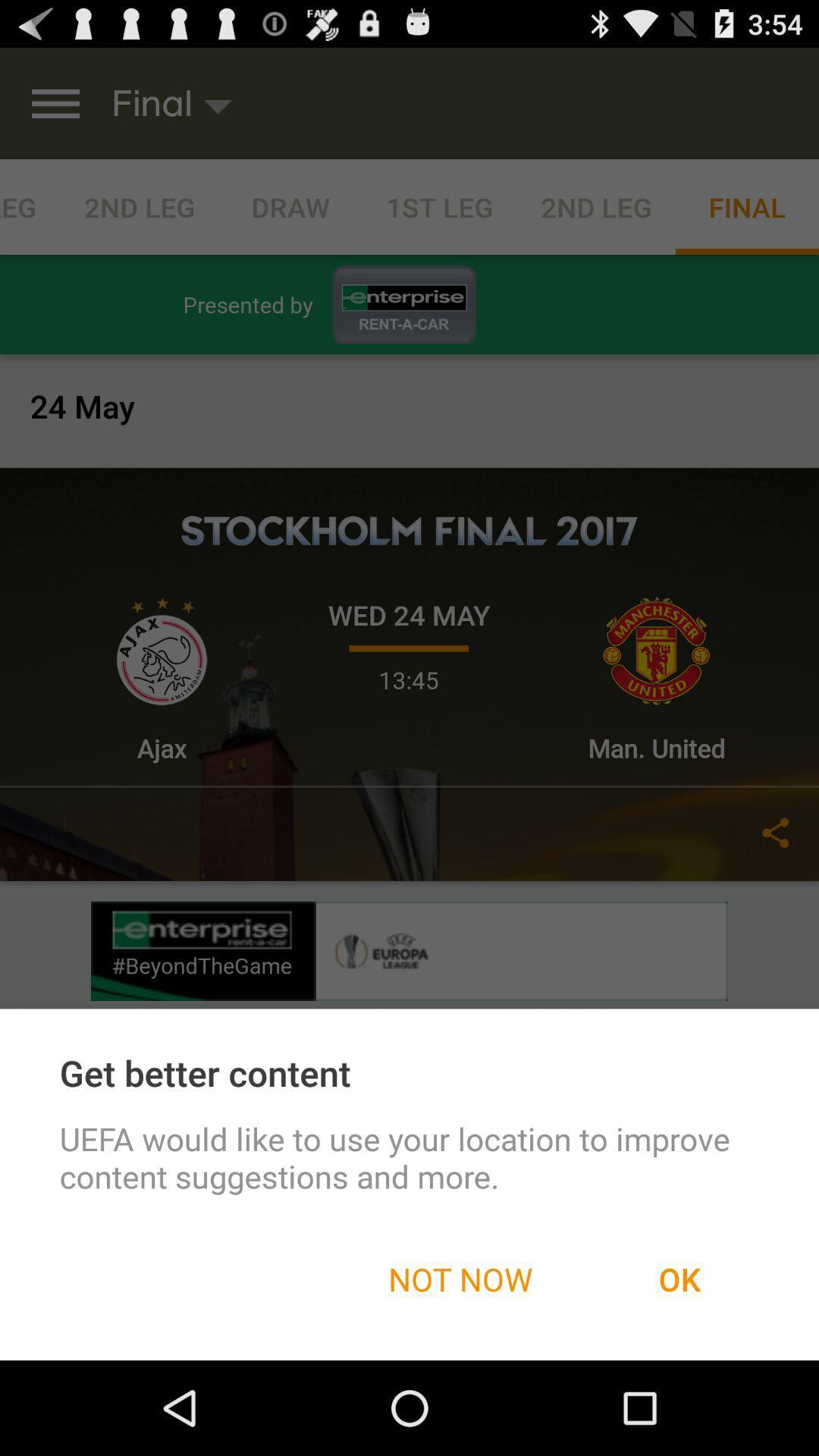 The image size is (819, 1456). Describe the element at coordinates (679, 1278) in the screenshot. I see `the ok at the bottom right corner` at that location.